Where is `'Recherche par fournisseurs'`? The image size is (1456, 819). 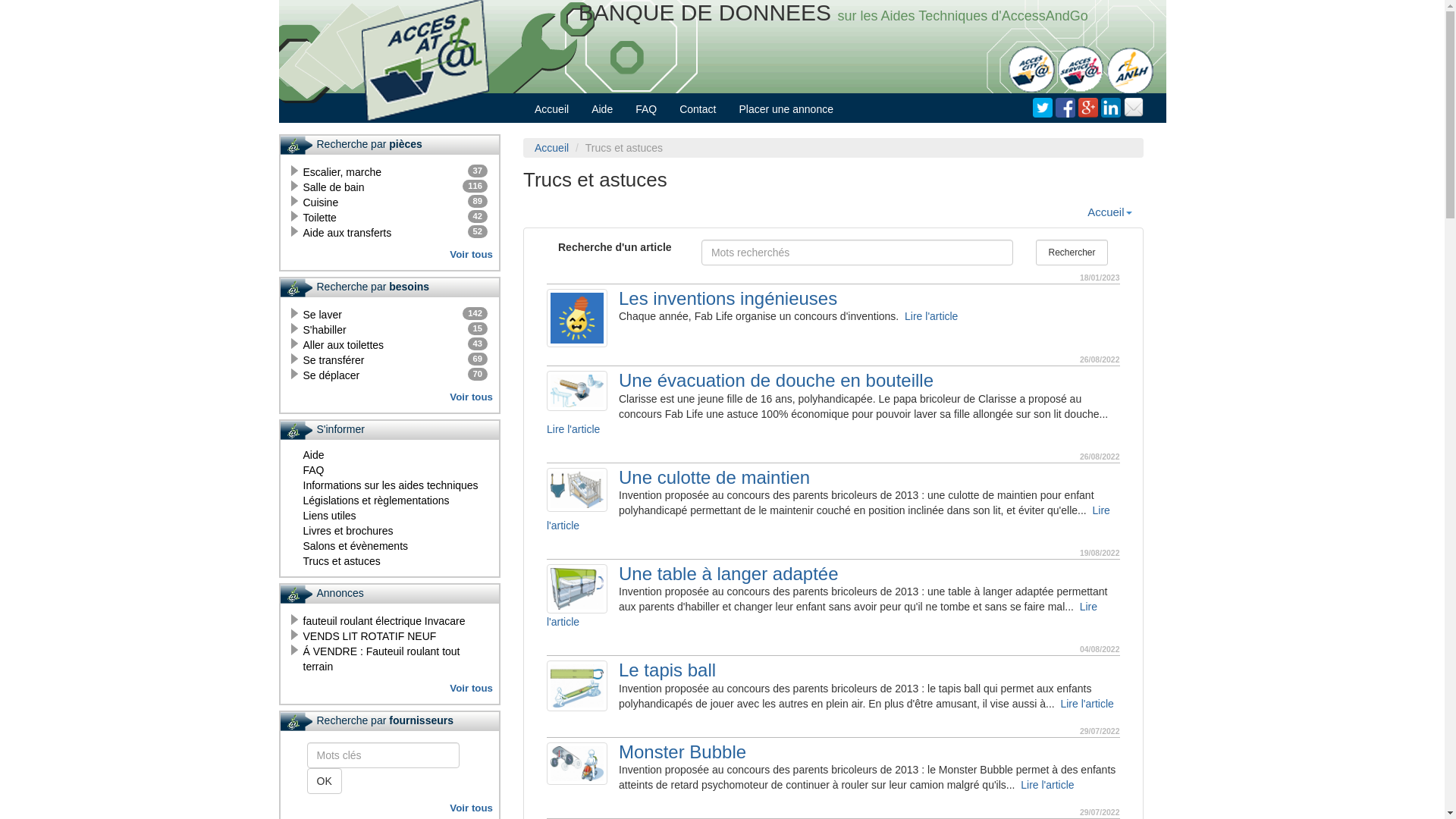
'Recherche par fournisseurs' is located at coordinates (390, 720).